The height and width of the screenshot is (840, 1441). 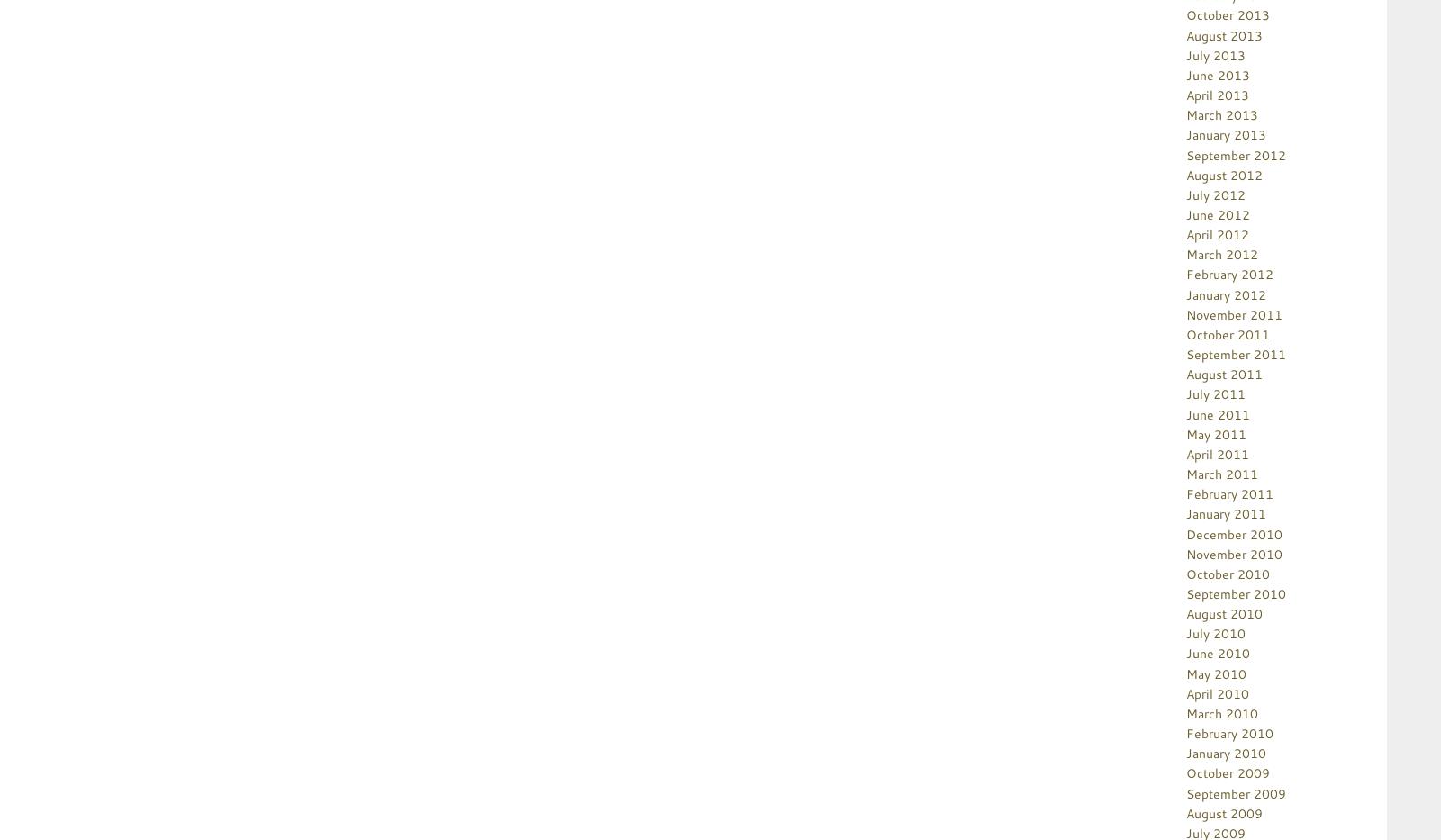 What do you see at coordinates (1184, 333) in the screenshot?
I see `'October 2011'` at bounding box center [1184, 333].